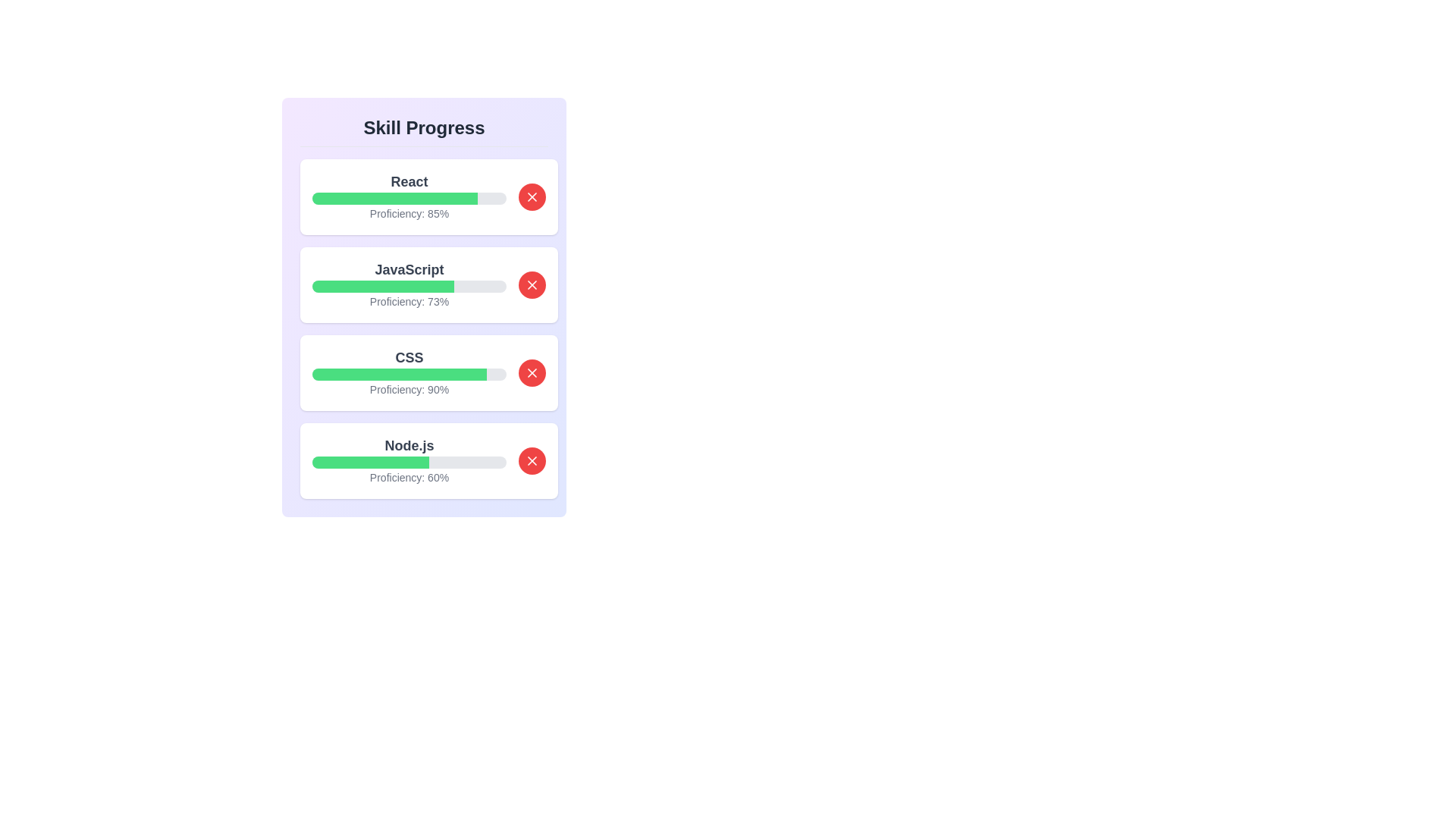 This screenshot has height=819, width=1456. I want to click on remove button for the skill CSS, so click(532, 373).